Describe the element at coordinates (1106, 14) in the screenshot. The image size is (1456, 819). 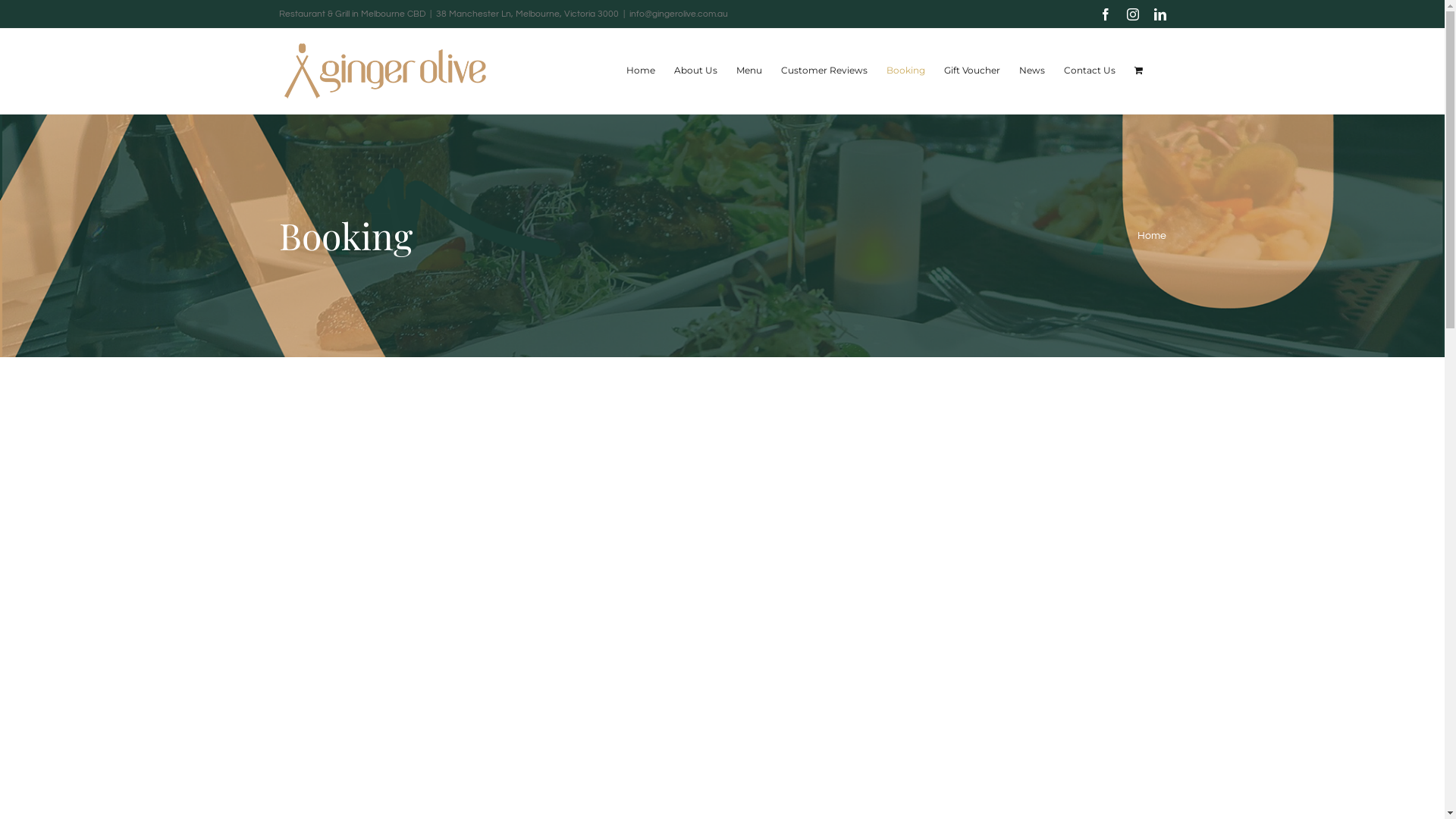
I see `'Facebook'` at that location.